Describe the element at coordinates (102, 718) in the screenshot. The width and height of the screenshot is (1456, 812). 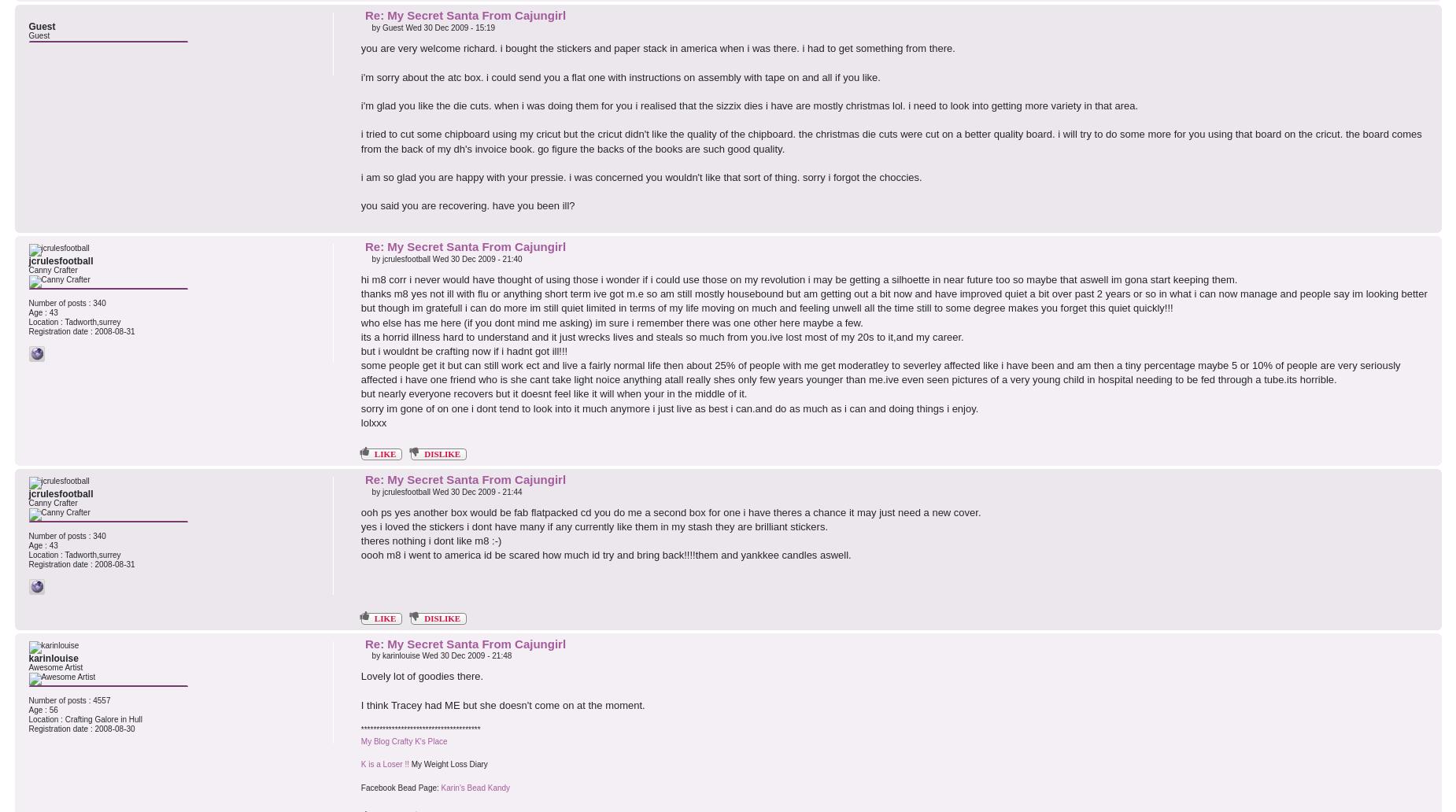
I see `'Crafting Galore in Hull'` at that location.